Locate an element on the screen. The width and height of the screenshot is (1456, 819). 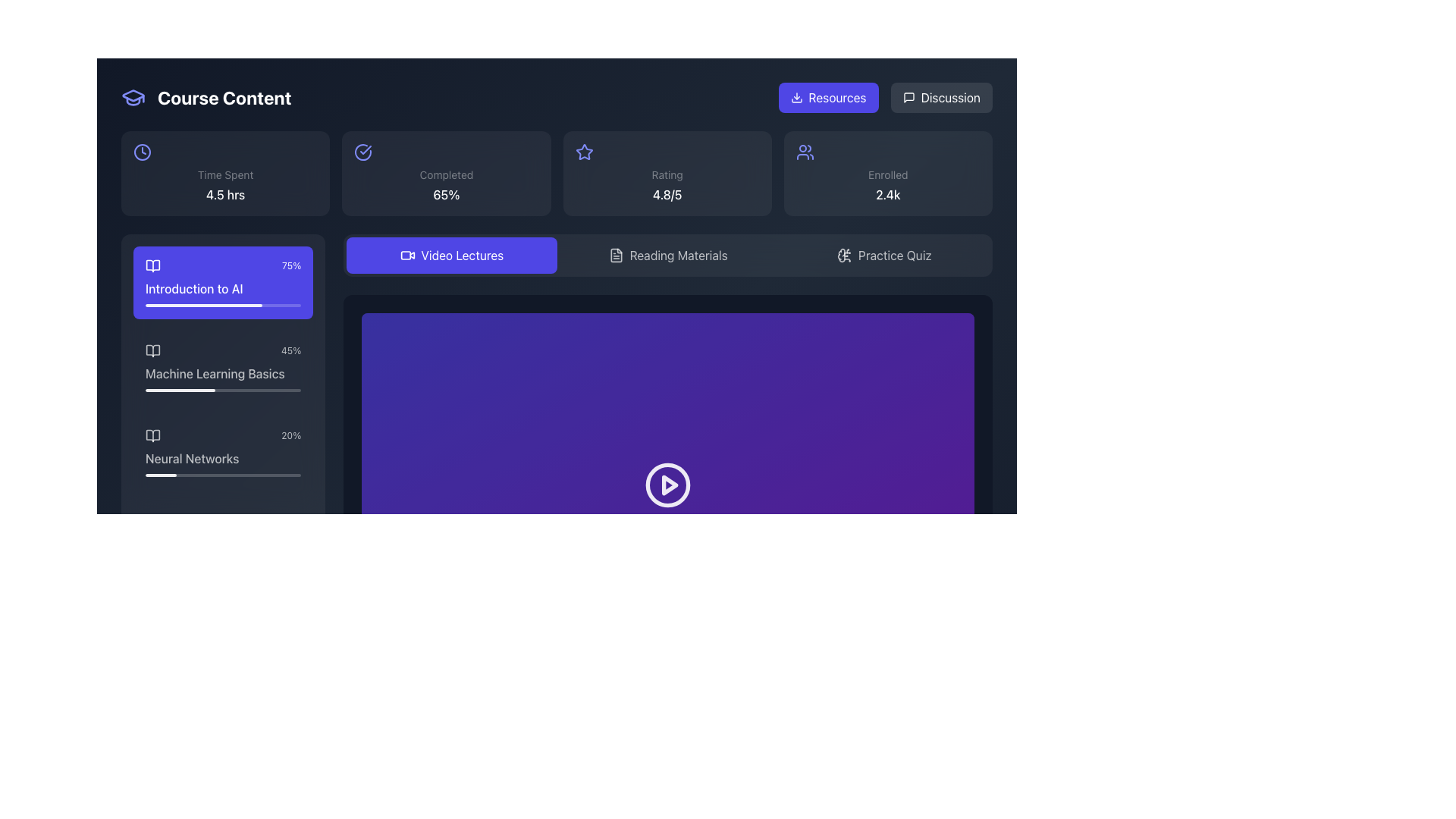
the play button icon, which is represented as a small triangular play button centered within a circular button against a deep purple background, to play the video is located at coordinates (669, 485).